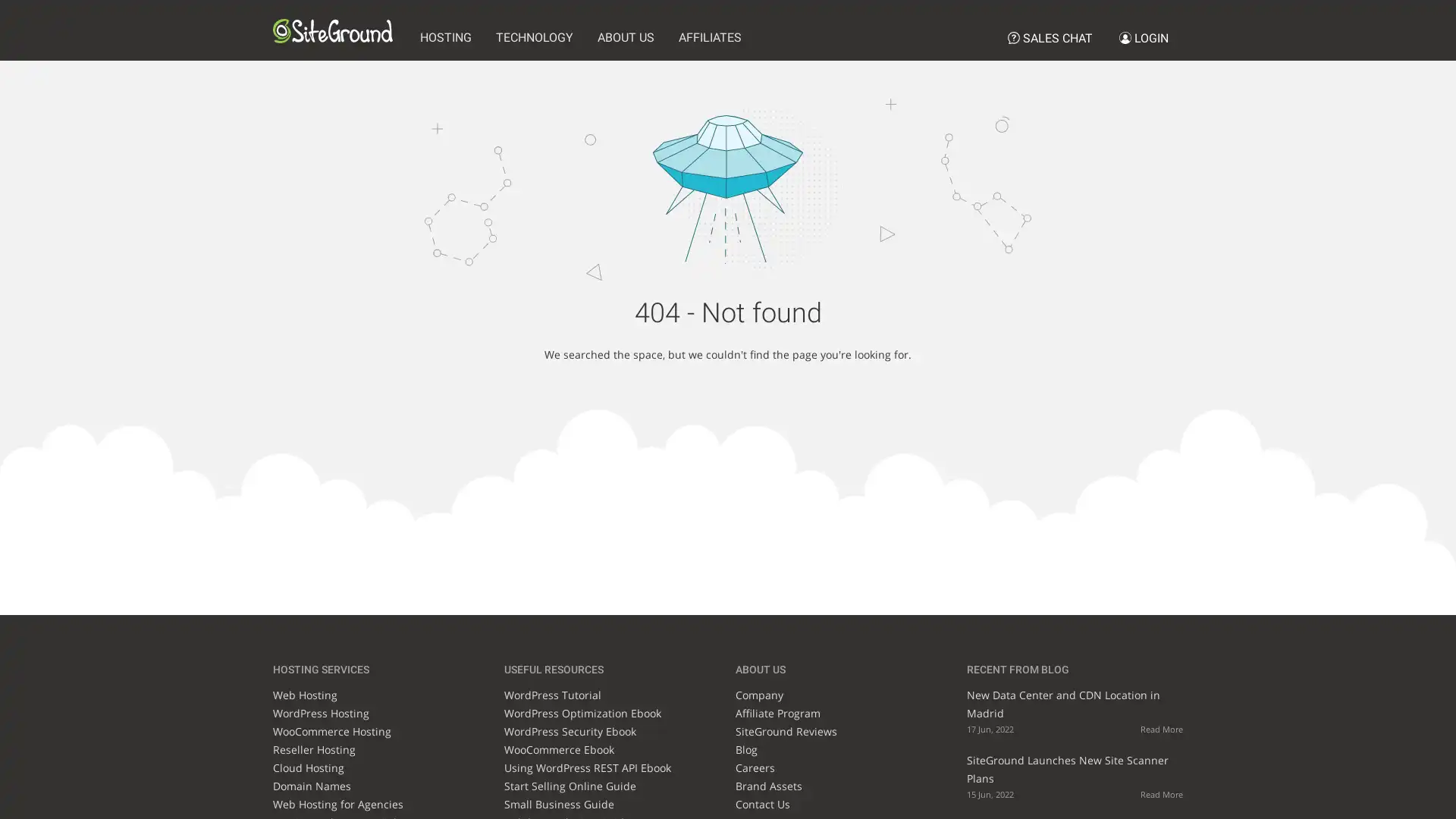 Image resolution: width=1456 pixels, height=819 pixels. Describe the element at coordinates (1372, 773) in the screenshot. I see `Accept All Cookies` at that location.